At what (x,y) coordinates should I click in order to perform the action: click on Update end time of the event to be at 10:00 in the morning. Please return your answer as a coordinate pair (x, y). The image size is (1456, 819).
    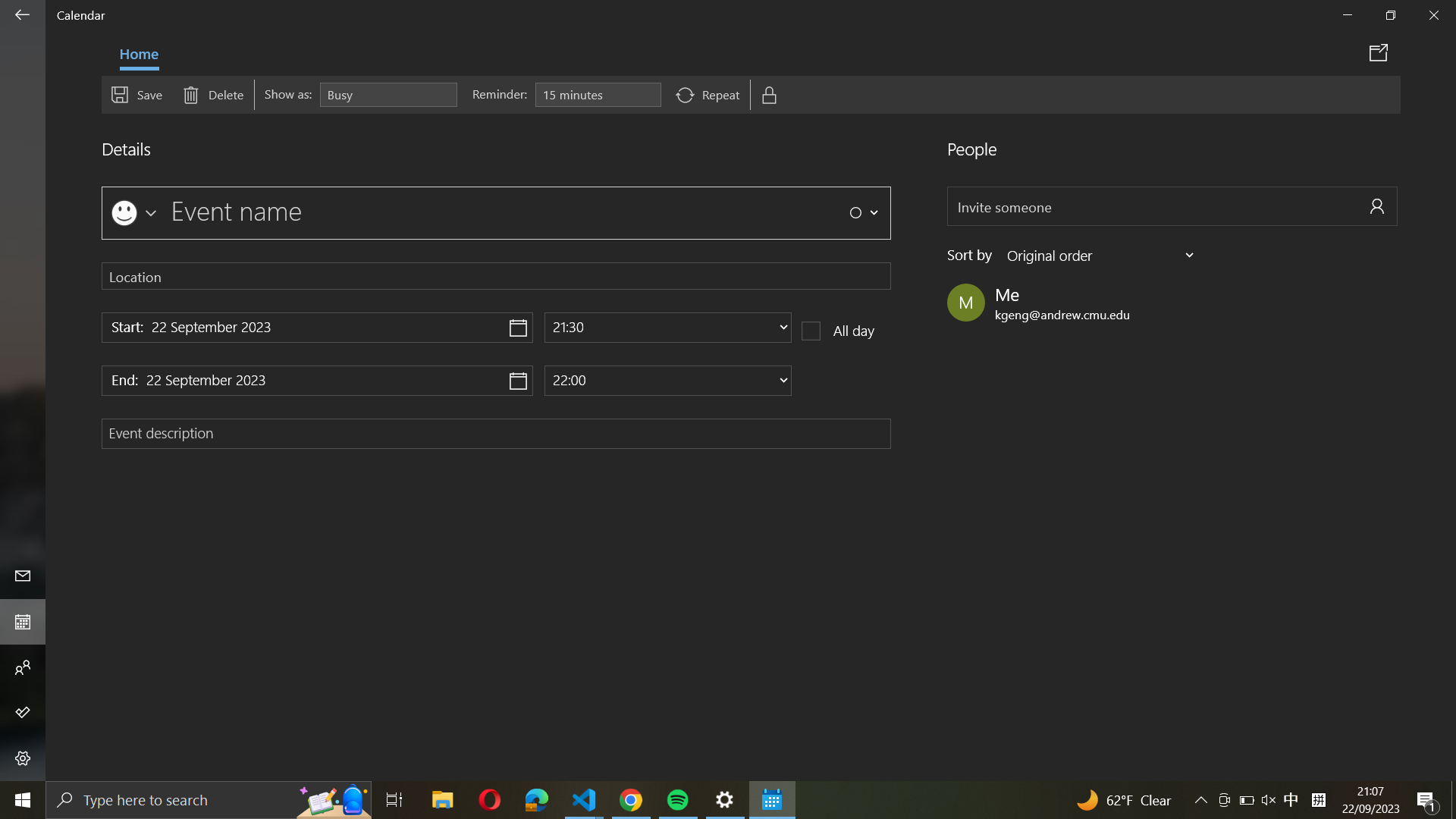
    Looking at the image, I should click on (667, 379).